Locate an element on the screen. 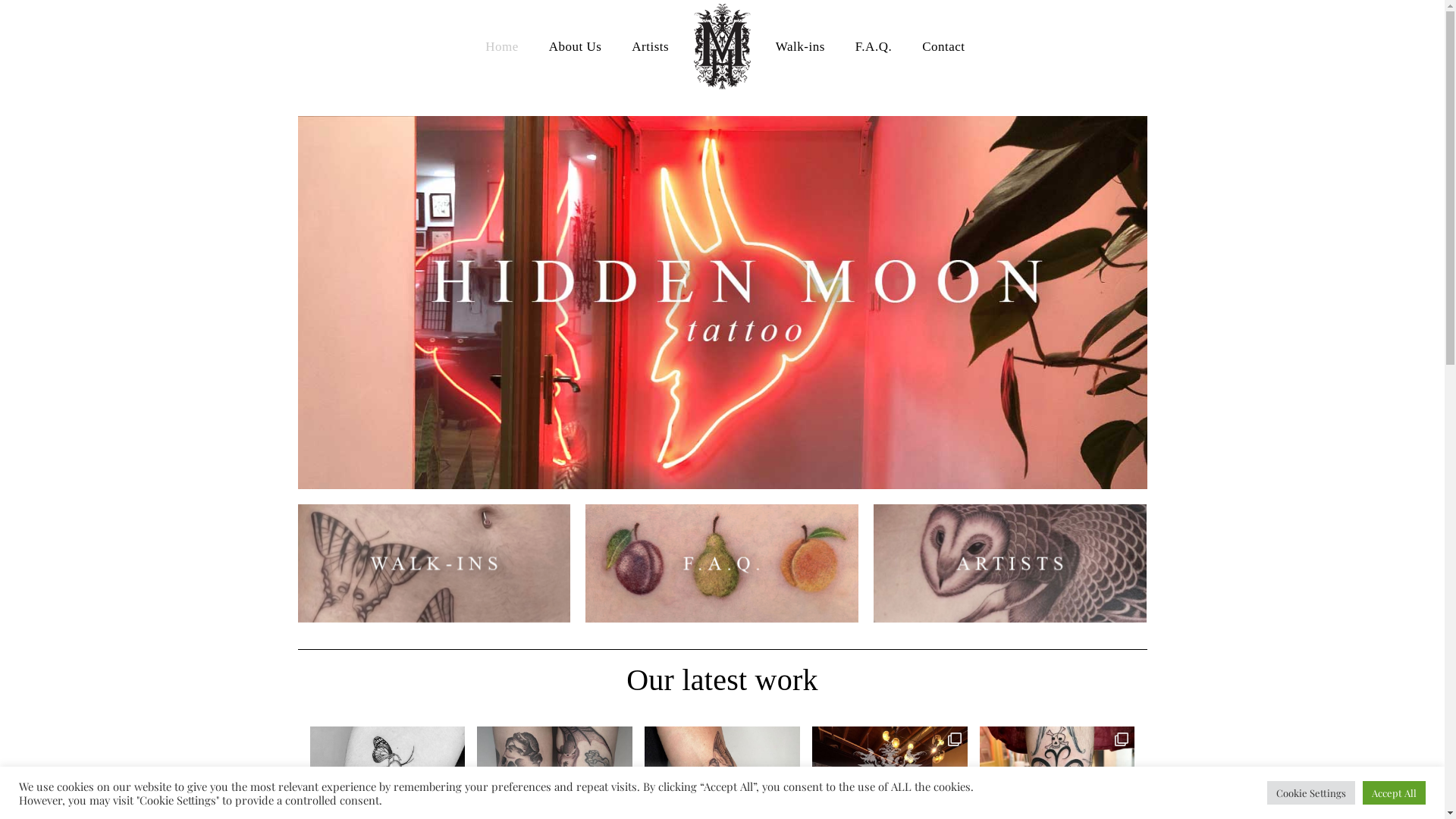  'Accept All' is located at coordinates (1362, 792).